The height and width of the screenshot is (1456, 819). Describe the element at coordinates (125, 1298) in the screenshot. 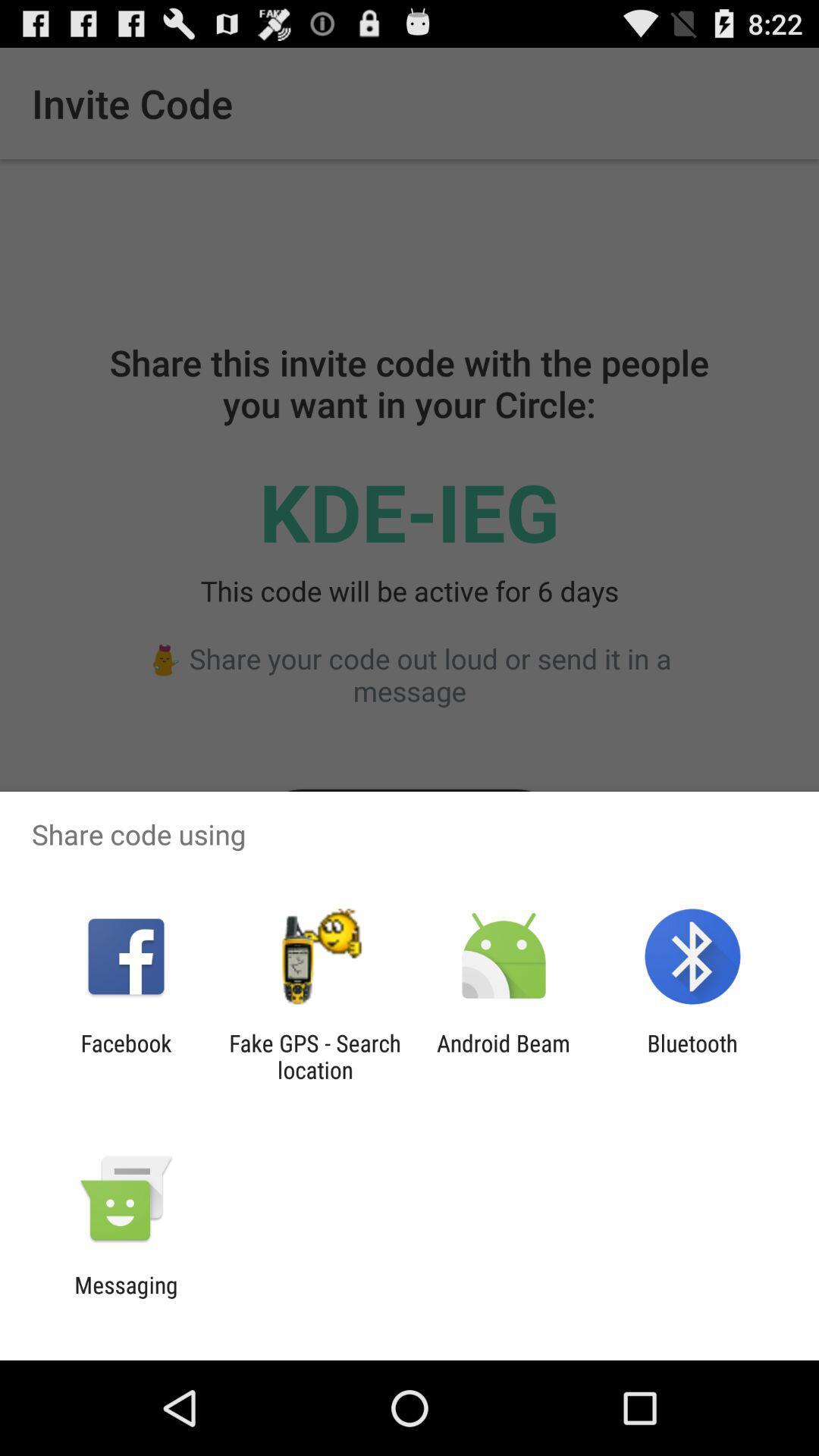

I see `messaging item` at that location.